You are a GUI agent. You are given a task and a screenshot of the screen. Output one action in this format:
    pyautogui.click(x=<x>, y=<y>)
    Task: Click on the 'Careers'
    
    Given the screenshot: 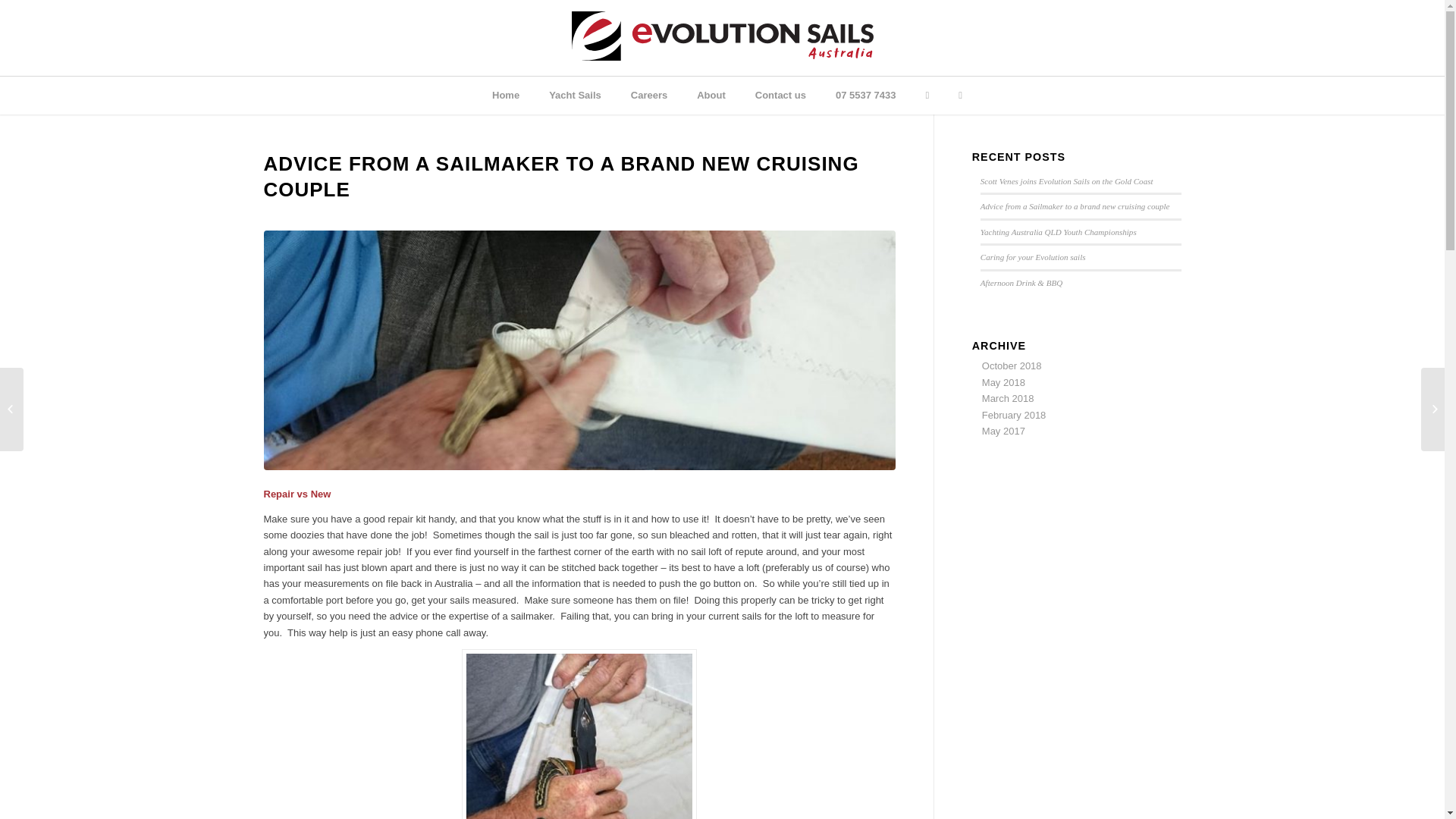 What is the action you would take?
    pyautogui.click(x=648, y=96)
    